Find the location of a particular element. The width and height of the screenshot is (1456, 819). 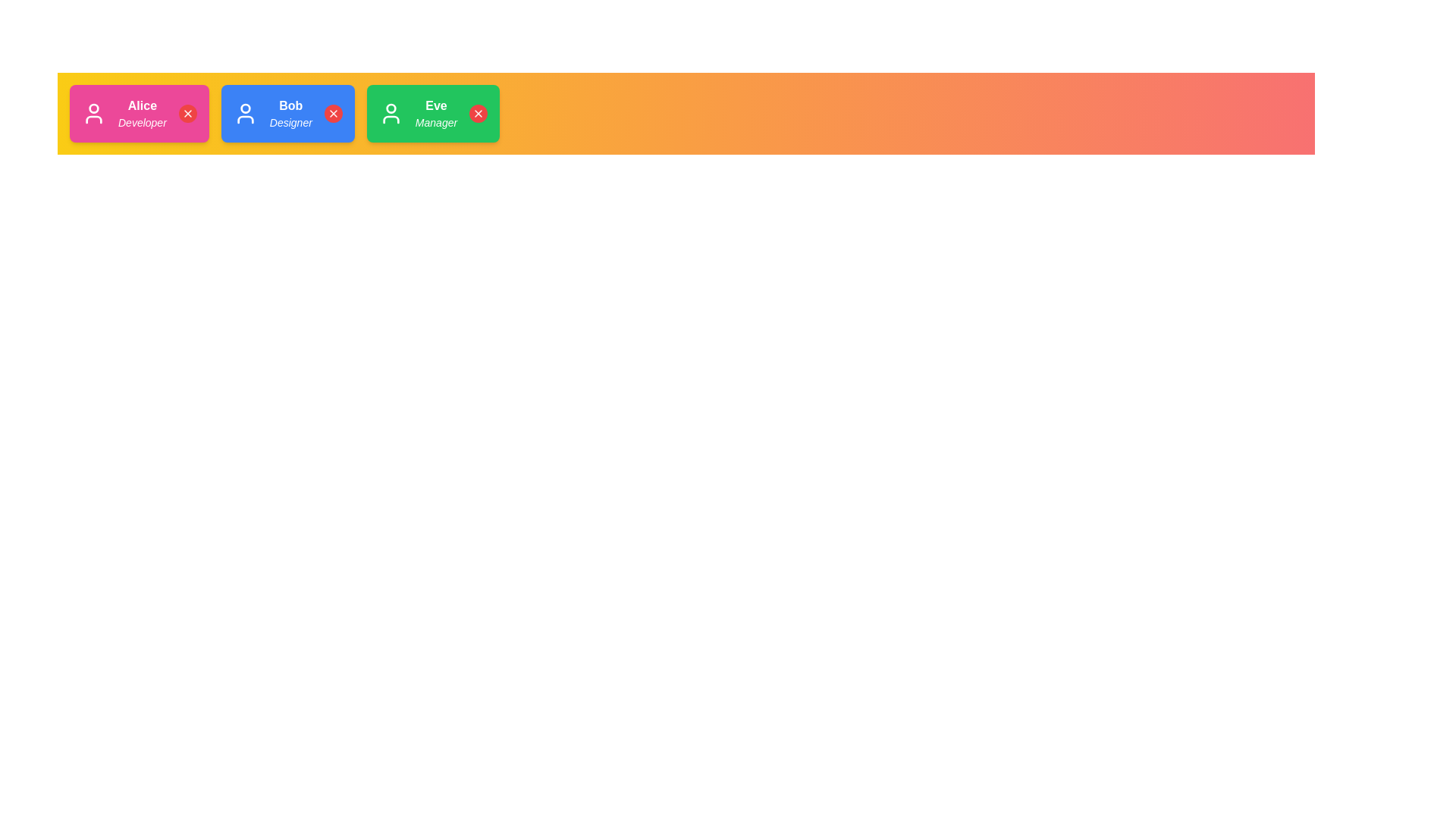

the close button of the avatar chip corresponding to Bob is located at coordinates (332, 113).